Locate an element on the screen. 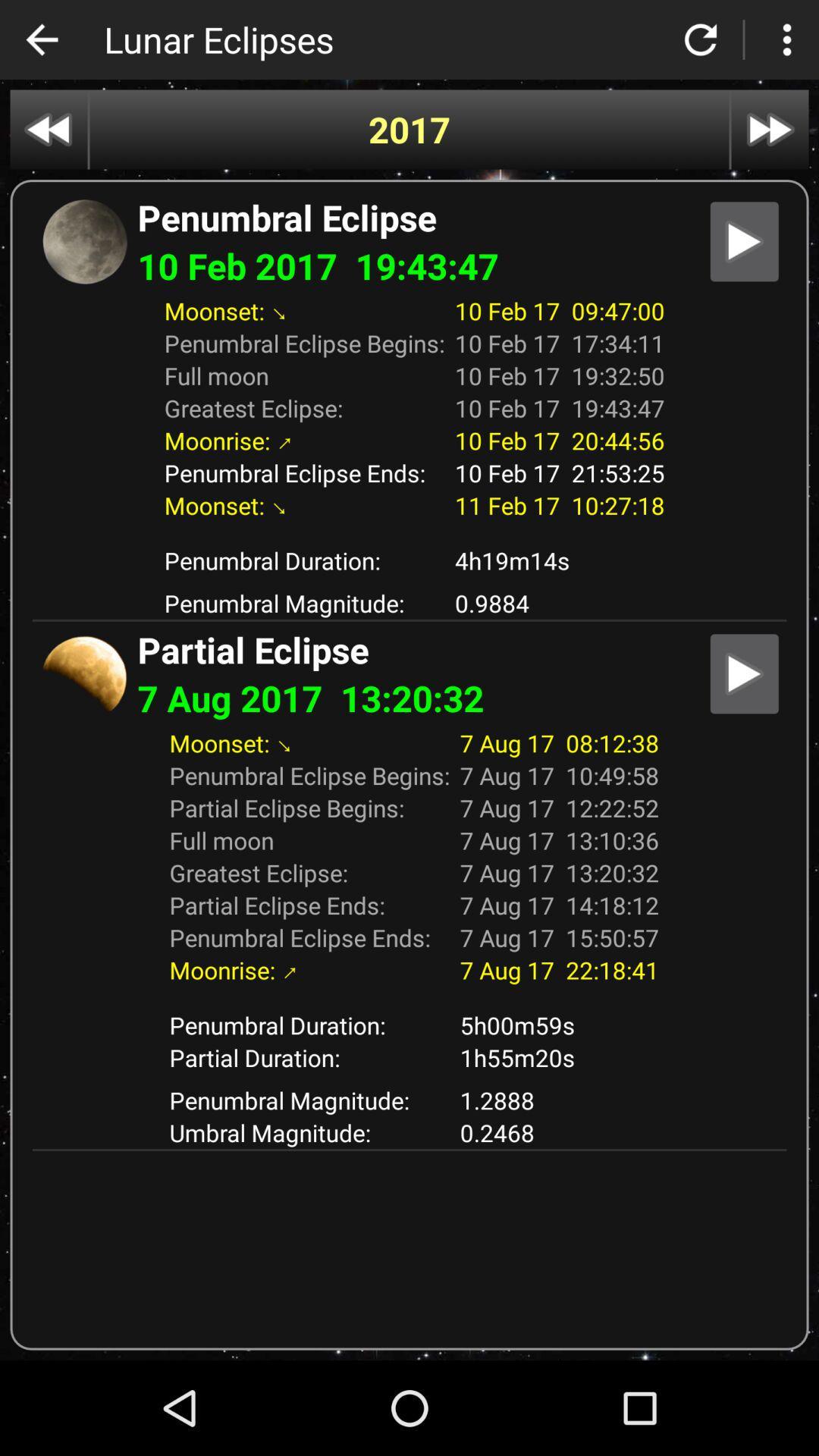 This screenshot has height=1456, width=819. go back is located at coordinates (41, 39).